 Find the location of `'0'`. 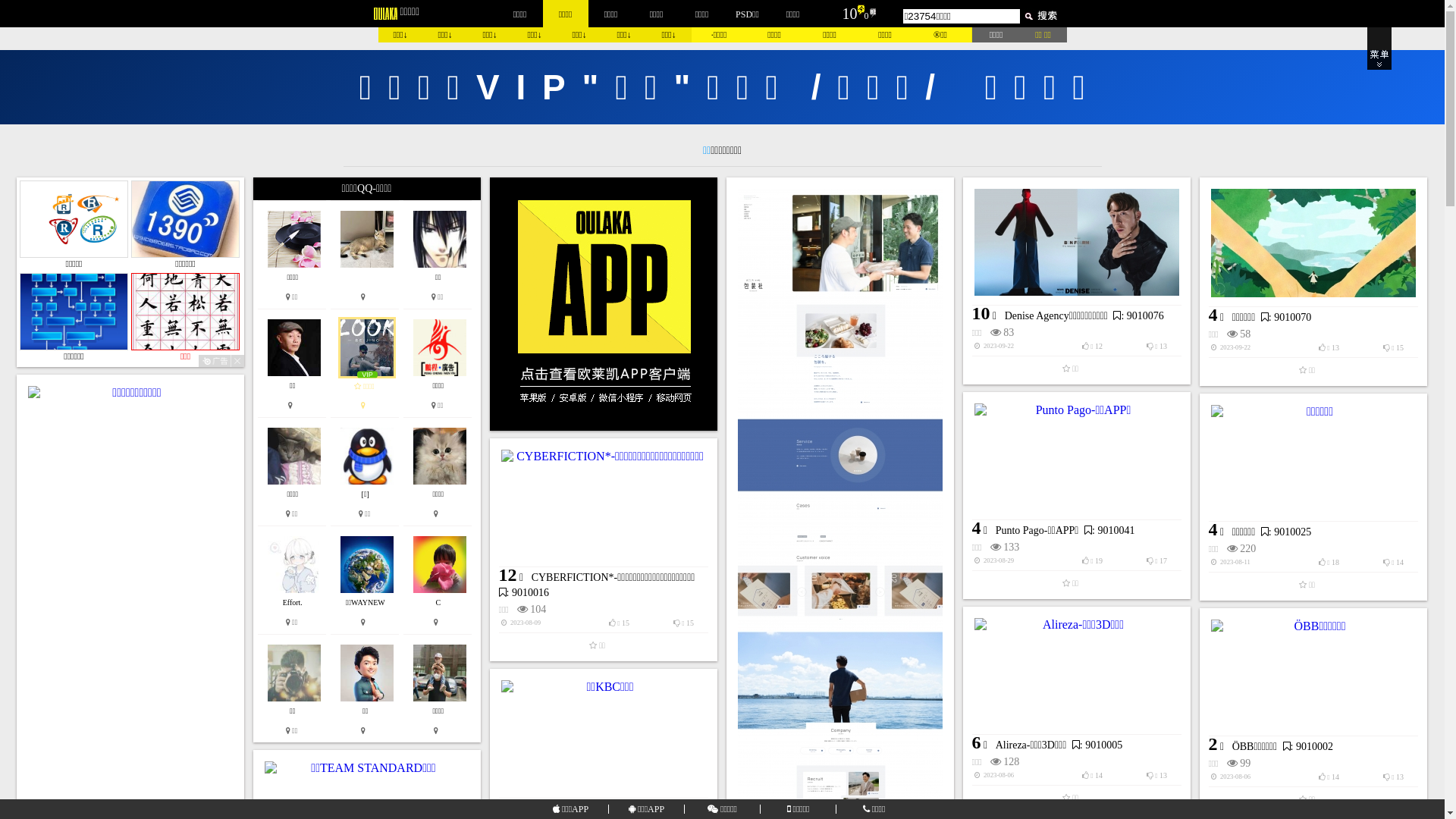

'0' is located at coordinates (866, 15).